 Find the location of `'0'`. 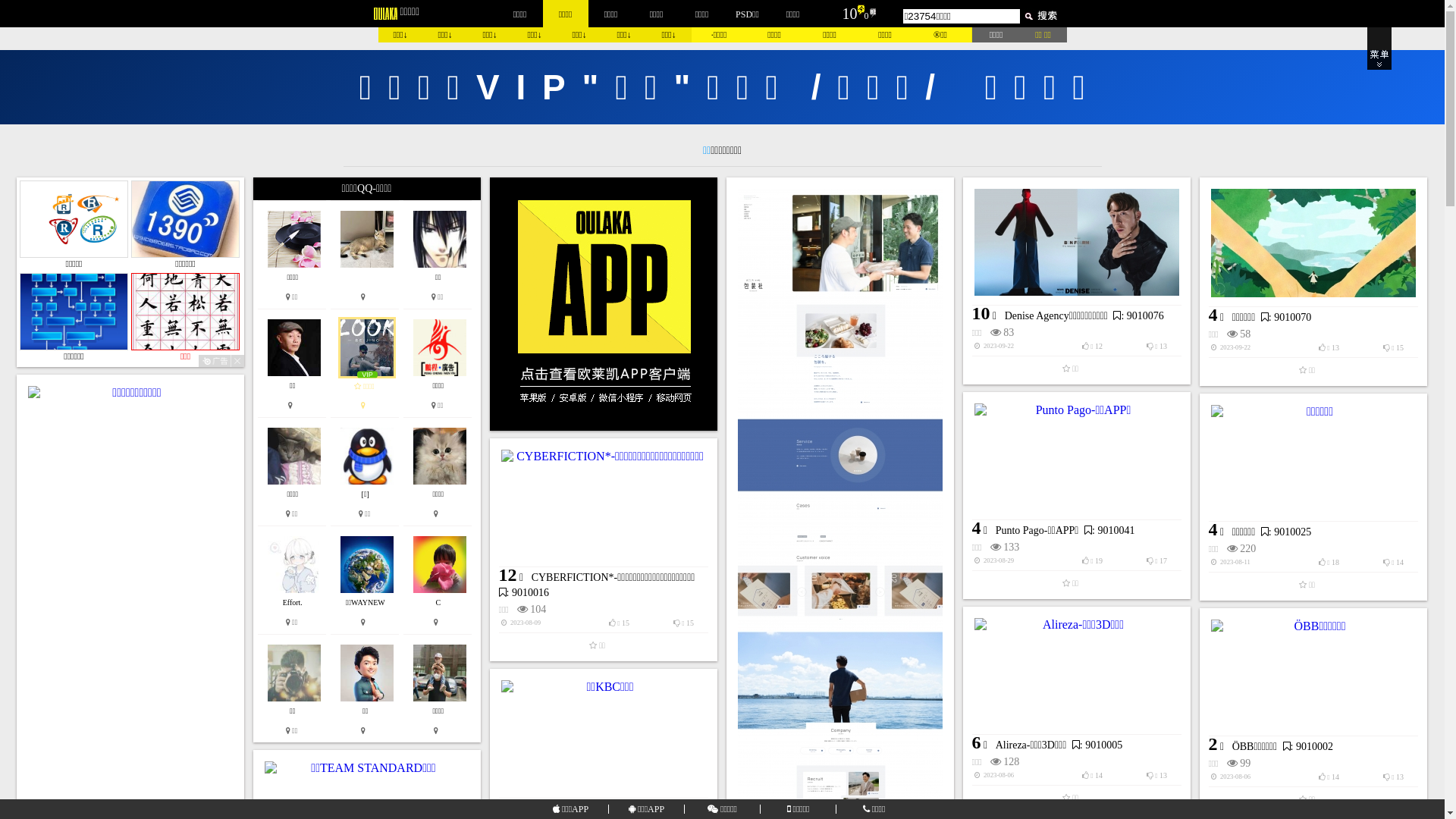

'0' is located at coordinates (866, 15).